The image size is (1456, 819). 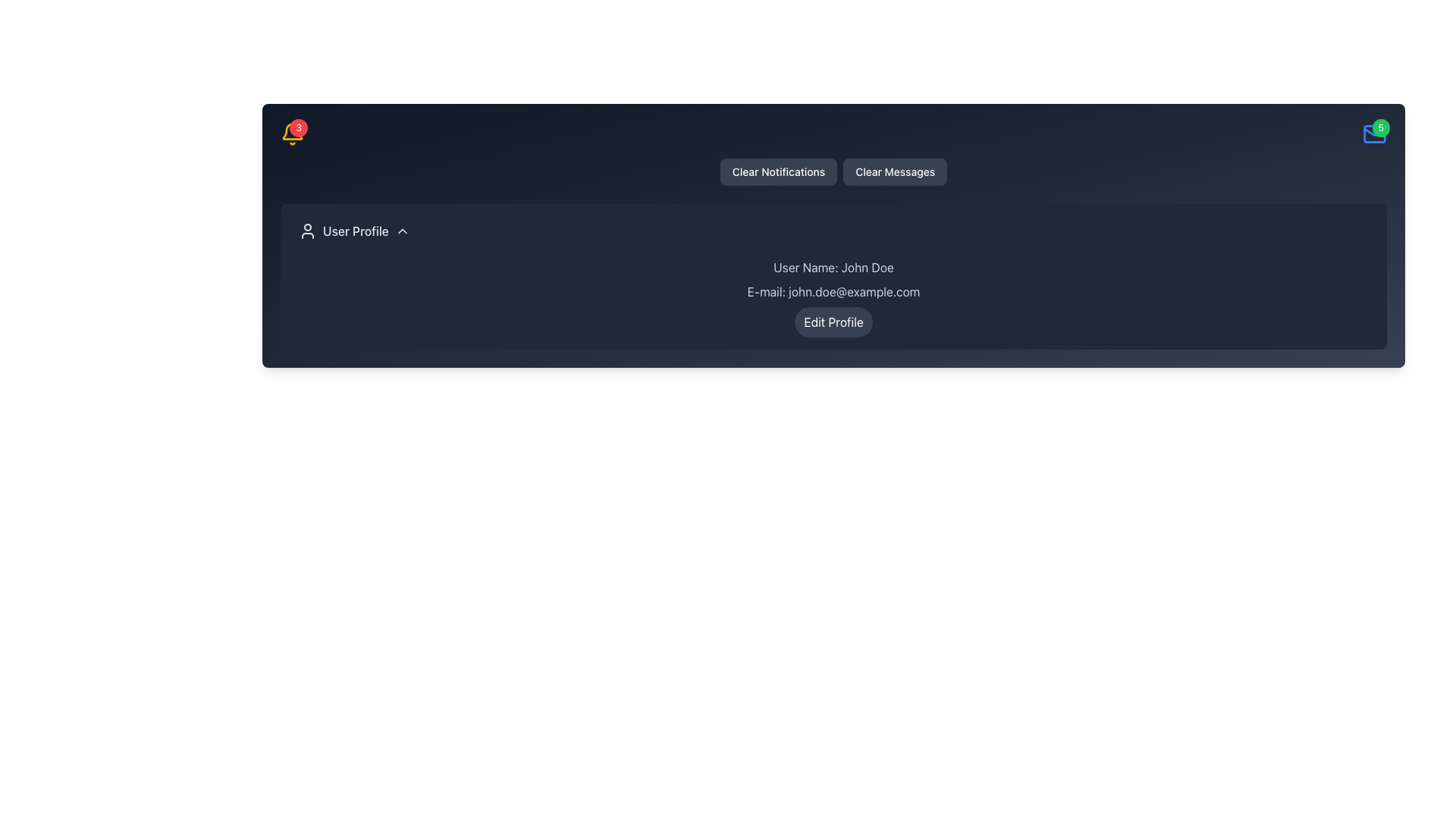 What do you see at coordinates (1375, 130) in the screenshot?
I see `the triangular detail of the envelope icon located at the top-right corner of the interface, which represents the flap of the envelope` at bounding box center [1375, 130].